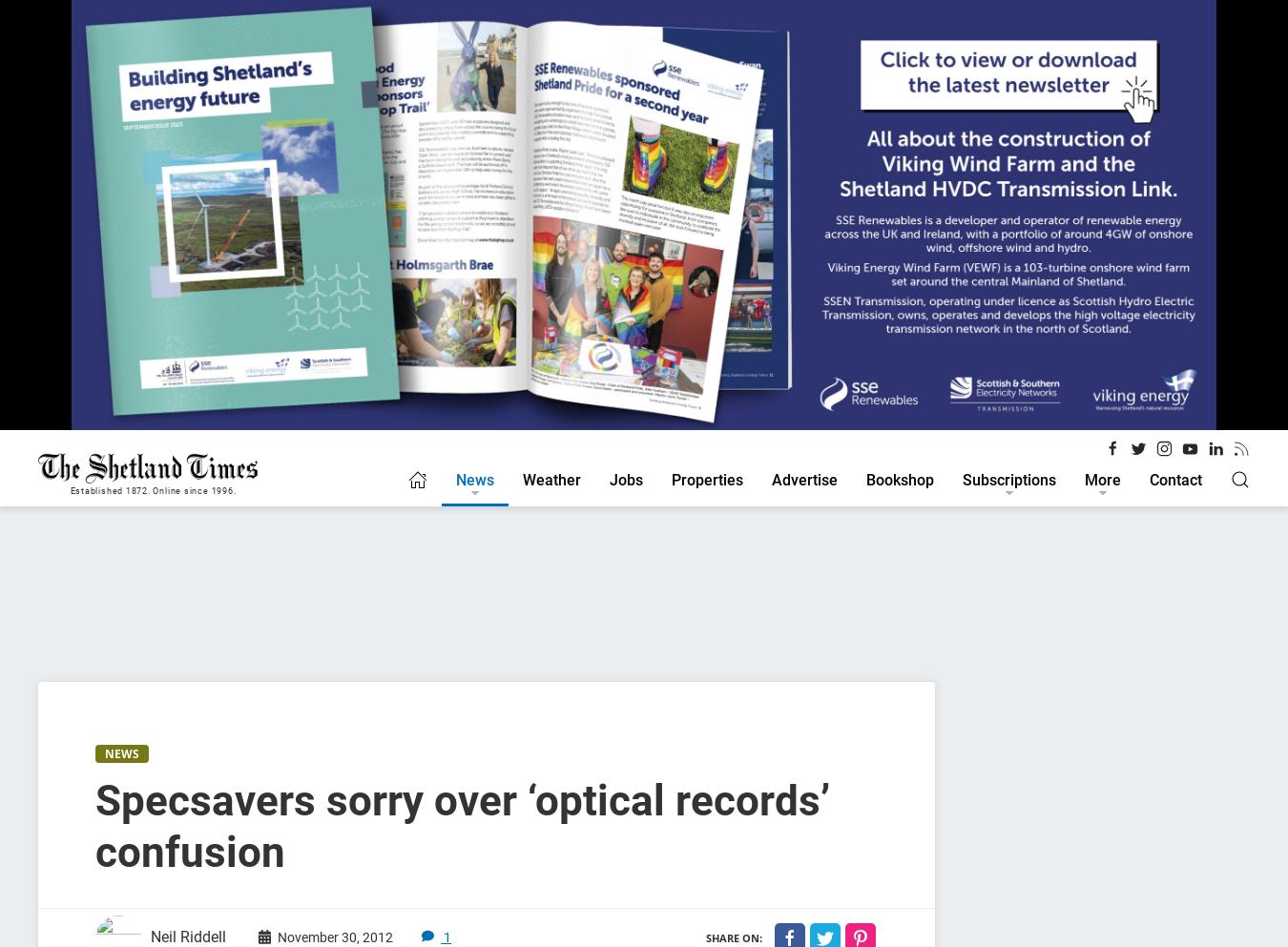 This screenshot has width=1288, height=947. What do you see at coordinates (804, 479) in the screenshot?
I see `'Advertise'` at bounding box center [804, 479].